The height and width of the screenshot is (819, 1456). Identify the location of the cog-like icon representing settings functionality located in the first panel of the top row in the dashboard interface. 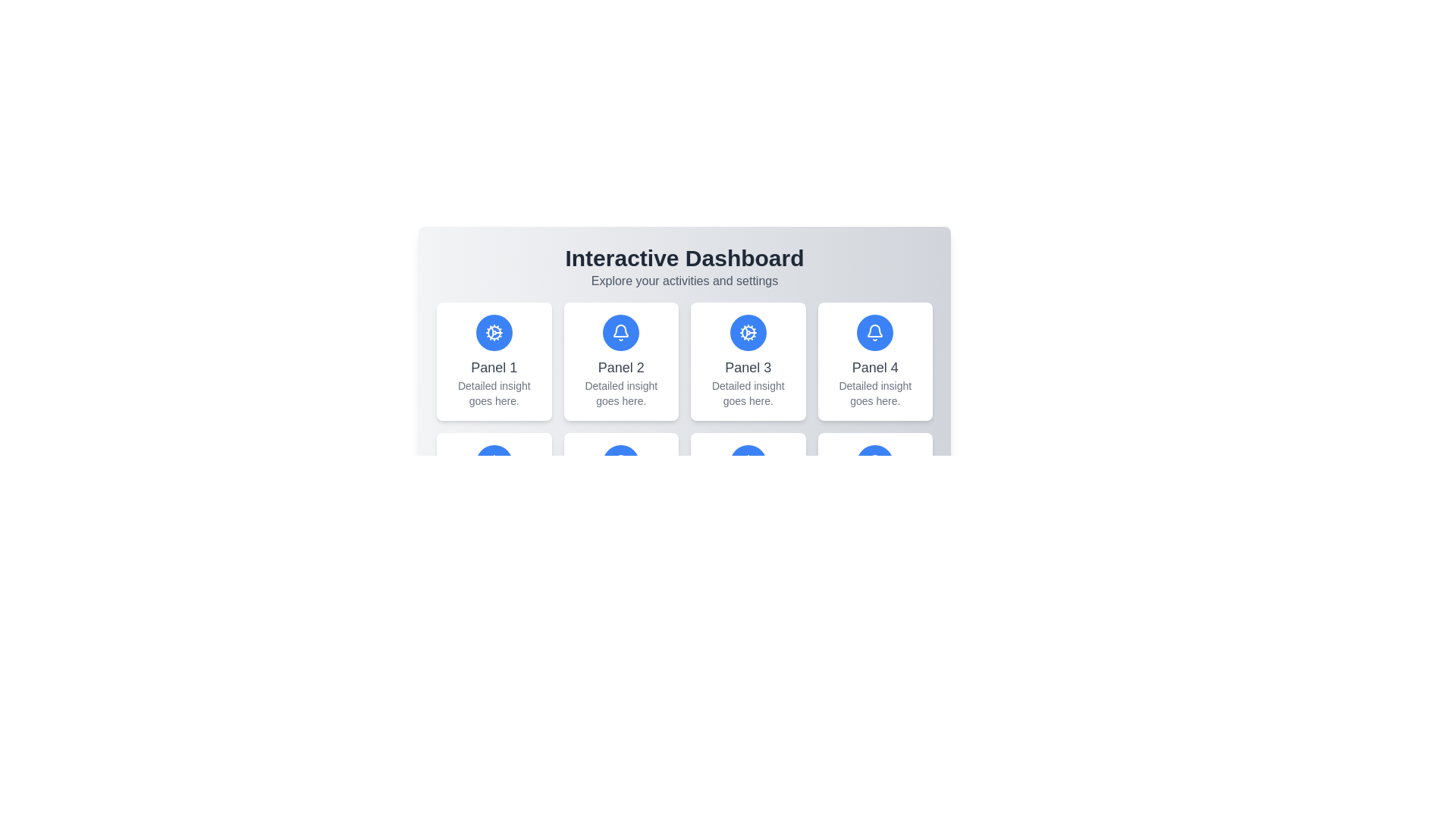
(494, 462).